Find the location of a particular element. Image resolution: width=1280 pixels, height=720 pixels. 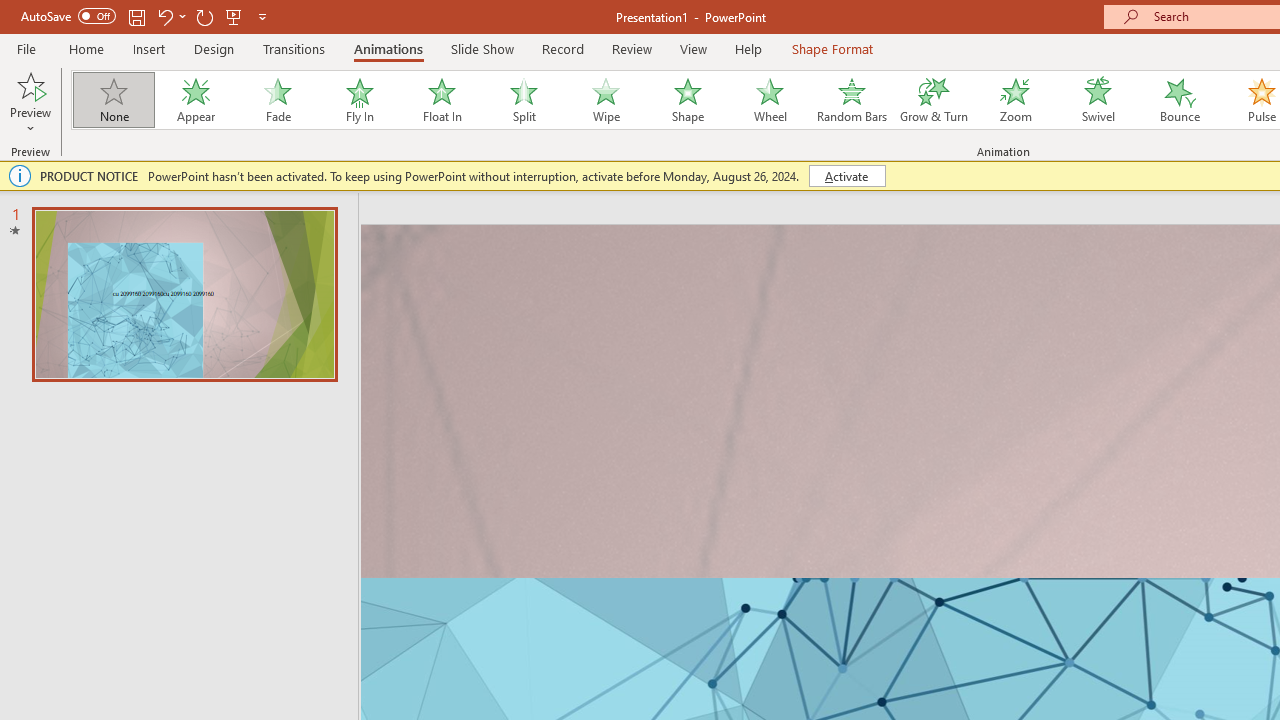

'Wipe' is located at coordinates (604, 100).